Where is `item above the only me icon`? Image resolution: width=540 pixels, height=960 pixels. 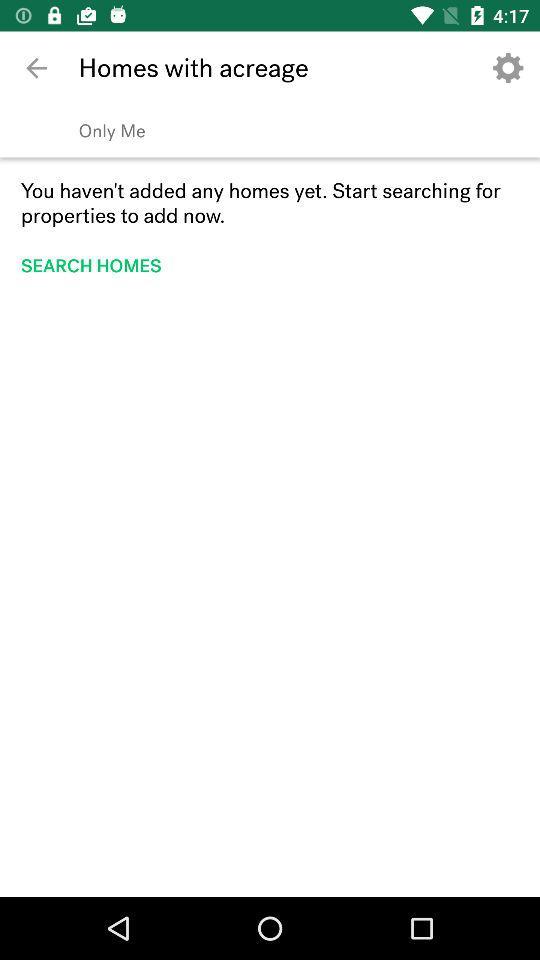
item above the only me icon is located at coordinates (36, 68).